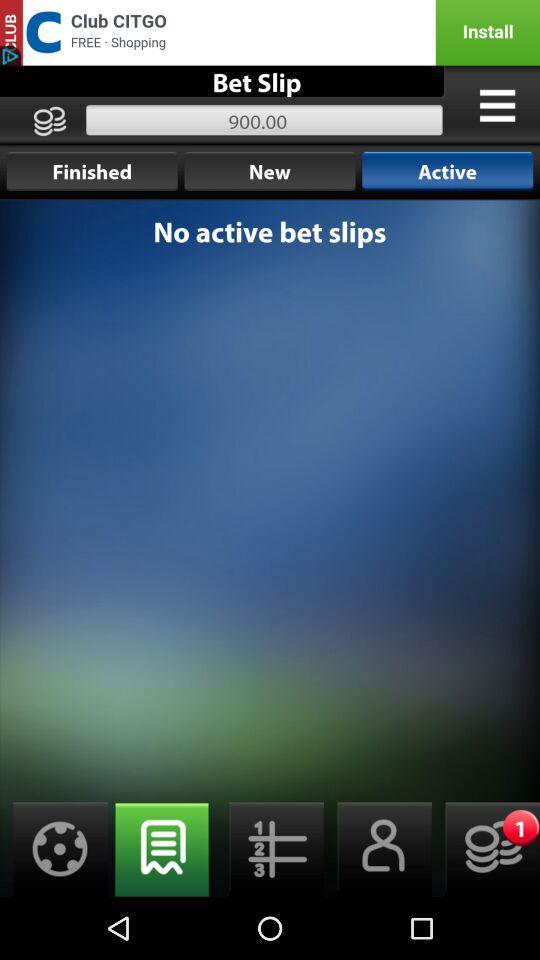 Image resolution: width=540 pixels, height=960 pixels. I want to click on menu, so click(496, 105).